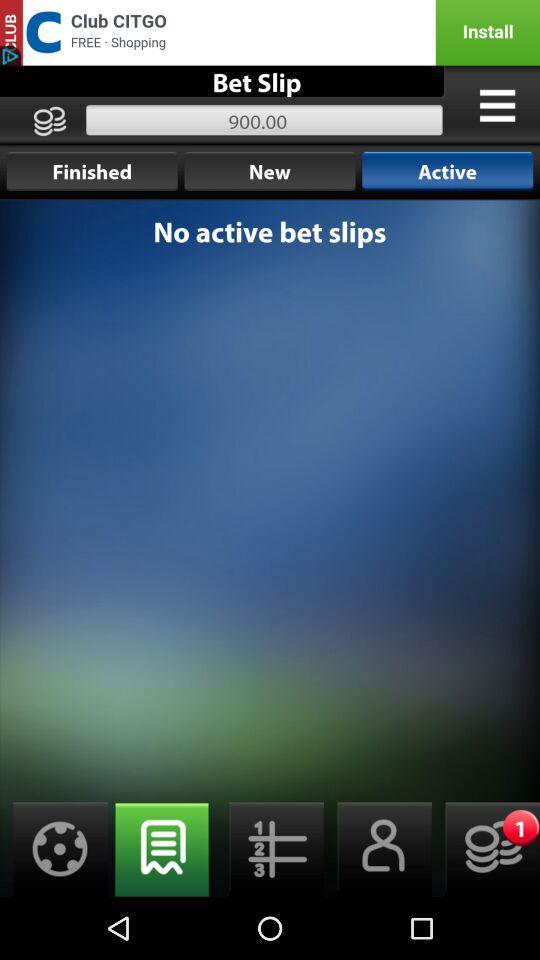 Image resolution: width=540 pixels, height=960 pixels. I want to click on menu, so click(496, 105).